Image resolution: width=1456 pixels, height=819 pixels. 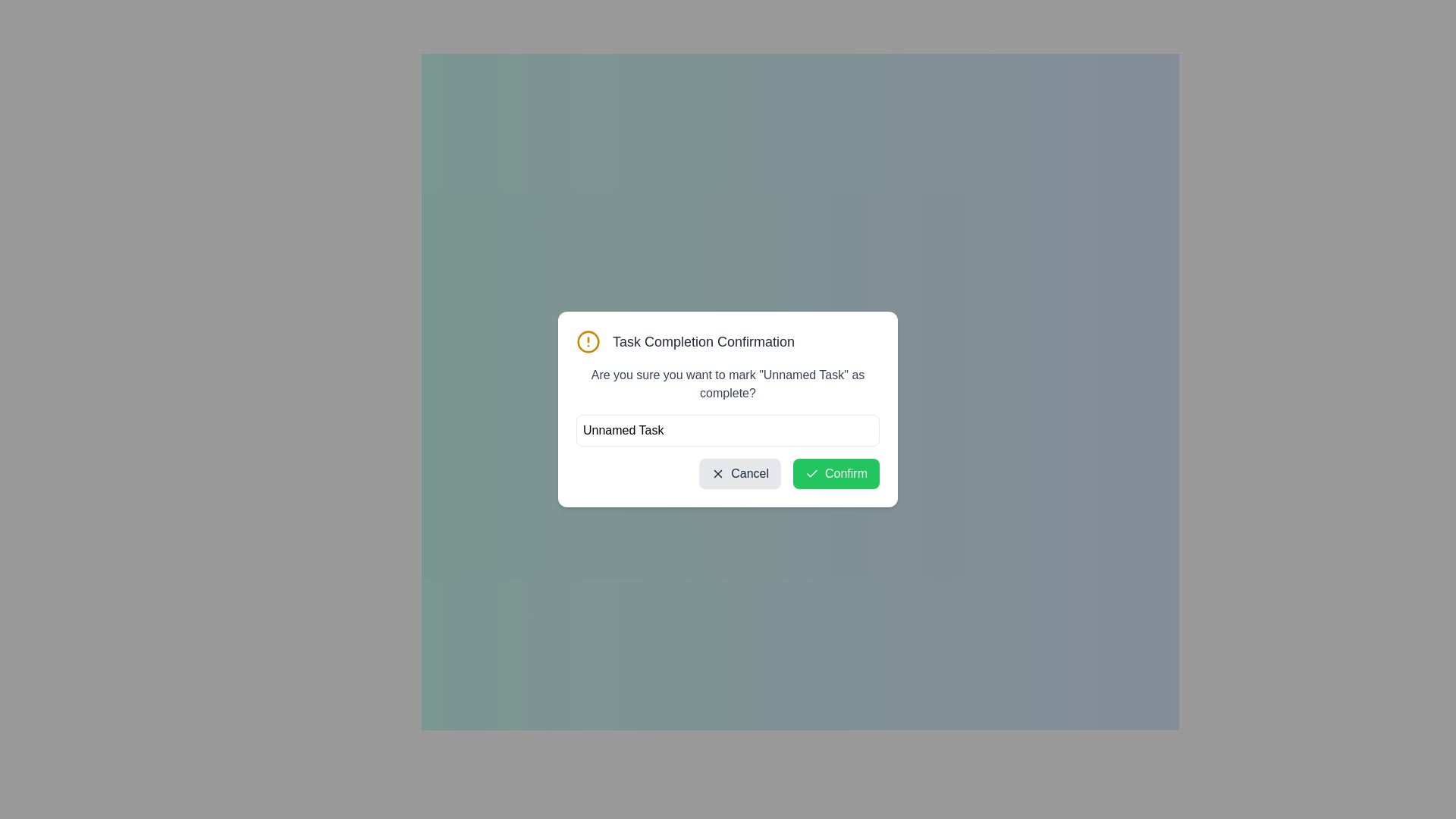 What do you see at coordinates (740, 472) in the screenshot?
I see `the cancel button located in the footer section of the modal dialog, which is the first button to the left of the 'Confirm' button` at bounding box center [740, 472].